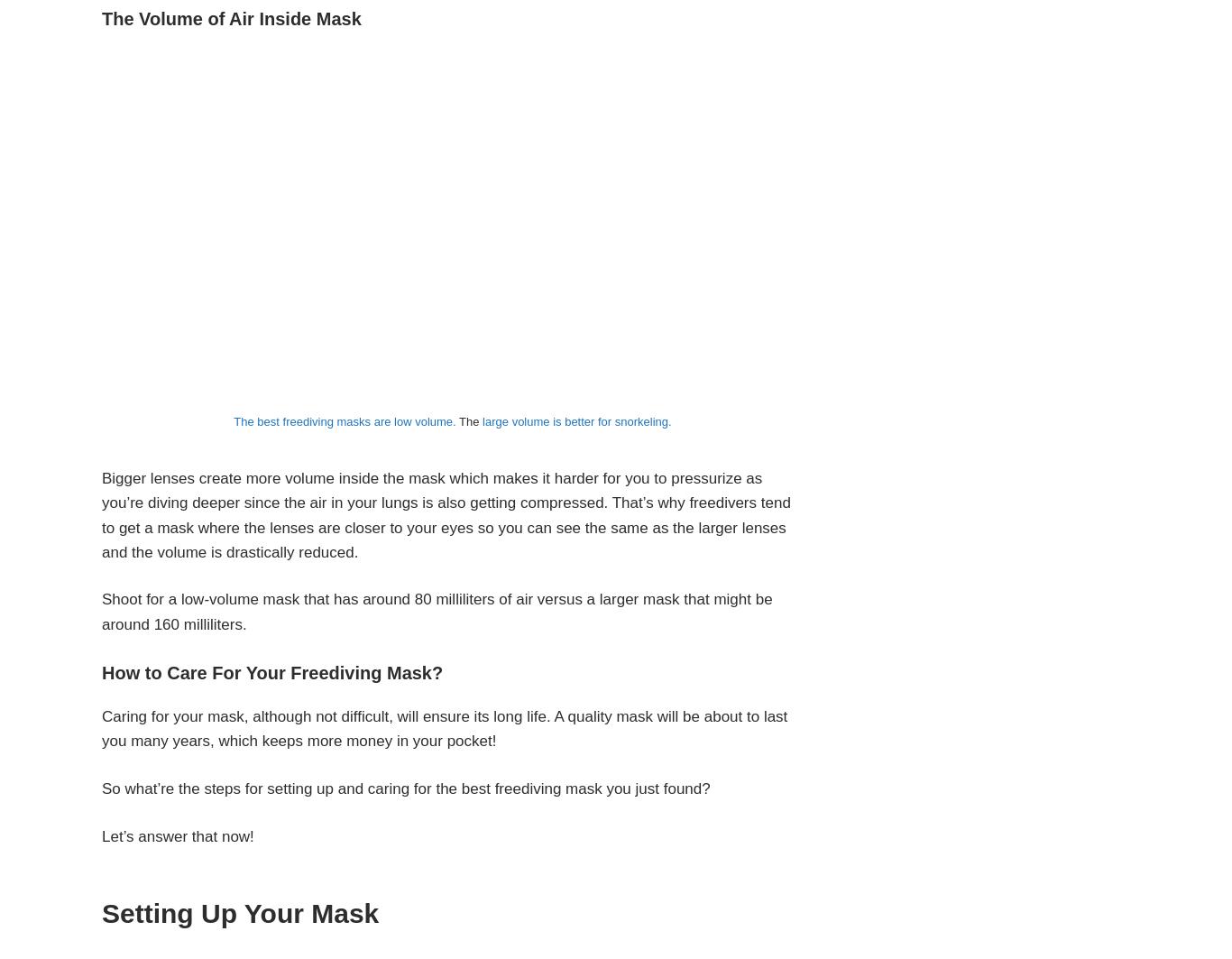 Image resolution: width=1232 pixels, height=959 pixels. I want to click on 'large volume is better for snorkeling.', so click(478, 420).